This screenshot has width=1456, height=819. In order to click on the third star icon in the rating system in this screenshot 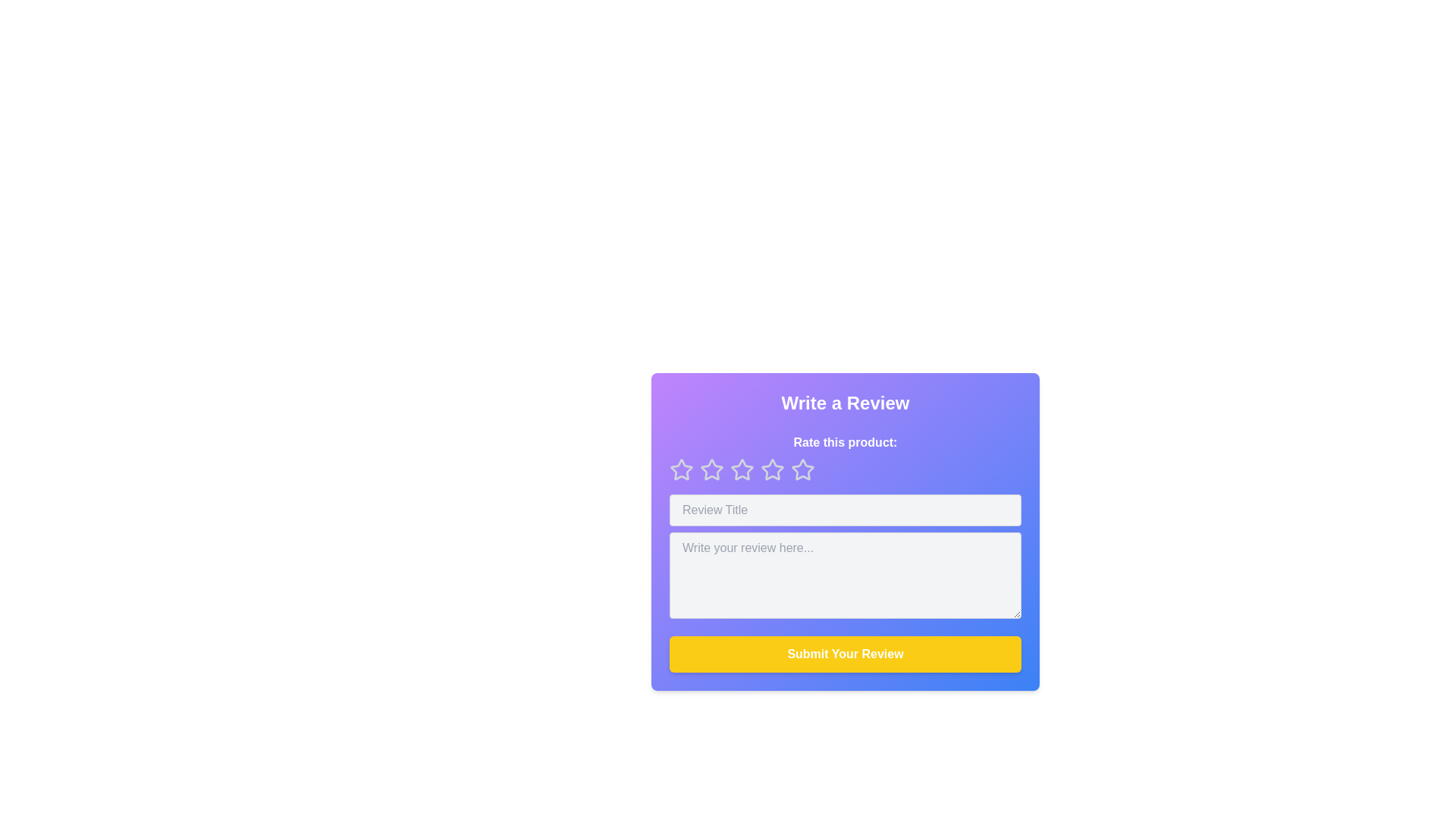, I will do `click(771, 468)`.